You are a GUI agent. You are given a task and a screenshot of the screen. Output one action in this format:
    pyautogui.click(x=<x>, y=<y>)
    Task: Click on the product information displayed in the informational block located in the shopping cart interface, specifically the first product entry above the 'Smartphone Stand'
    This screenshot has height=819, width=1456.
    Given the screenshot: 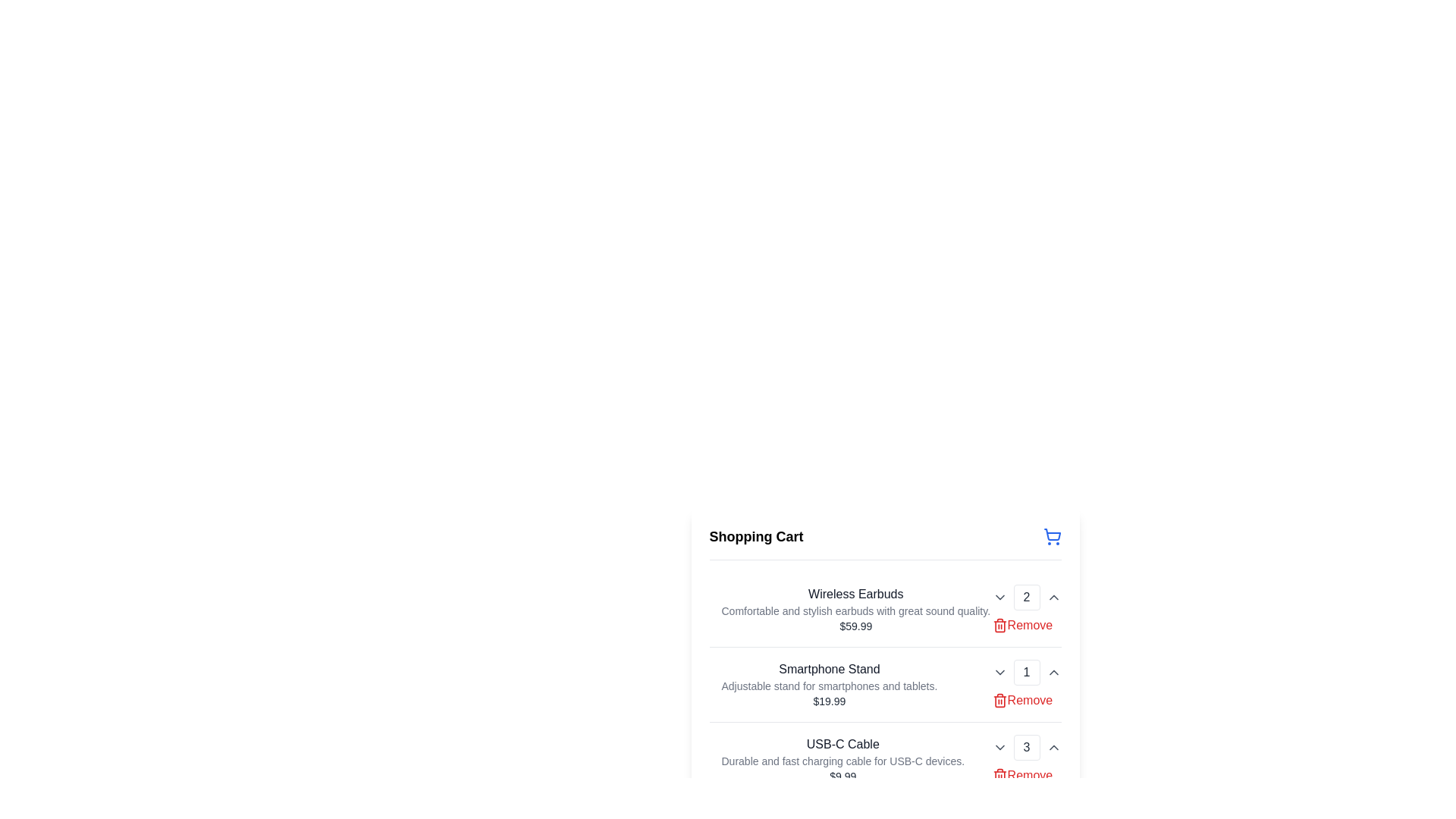 What is the action you would take?
    pyautogui.click(x=849, y=608)
    